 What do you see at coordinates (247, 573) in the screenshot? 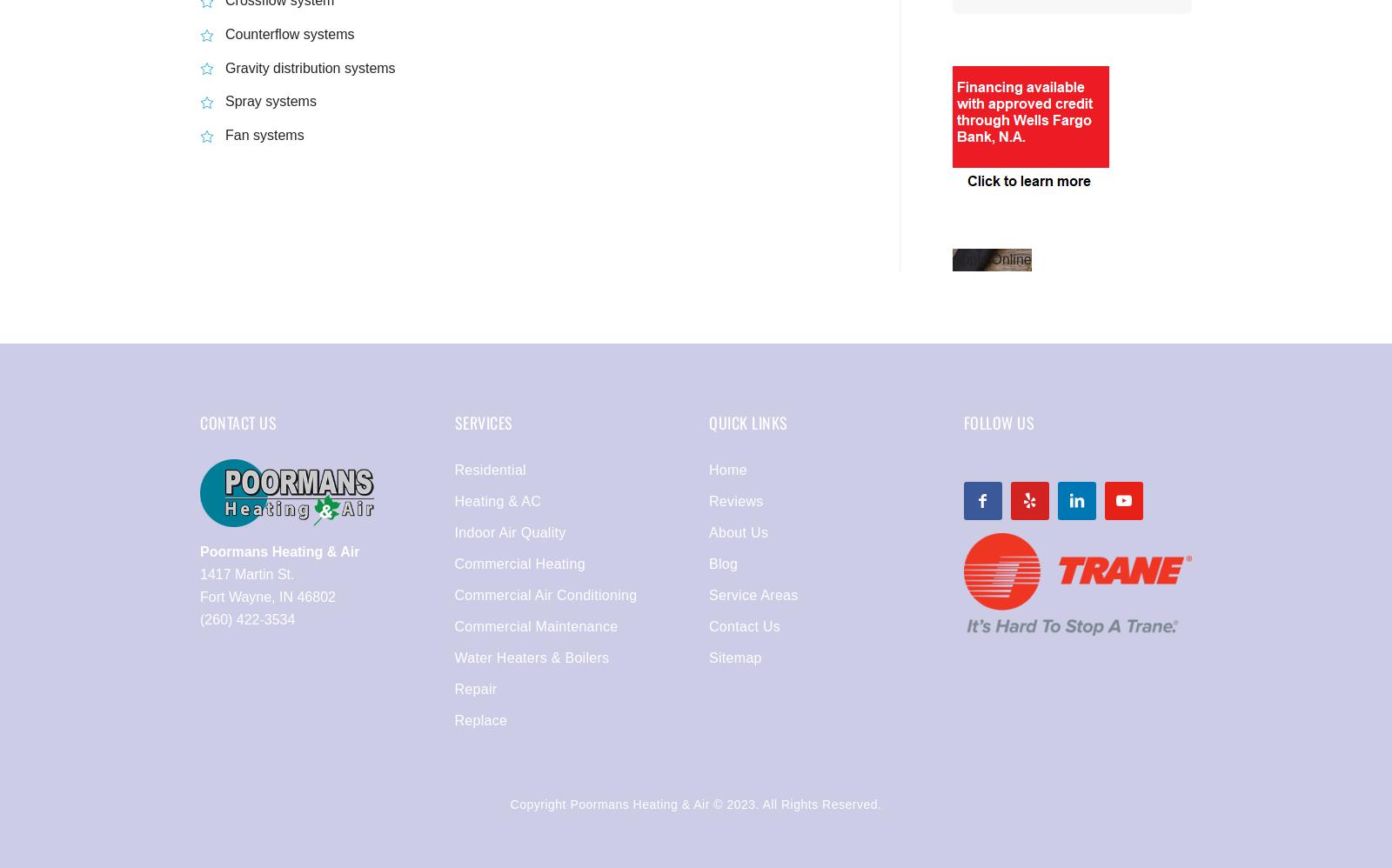
I see `'1417 Martin St.'` at bounding box center [247, 573].